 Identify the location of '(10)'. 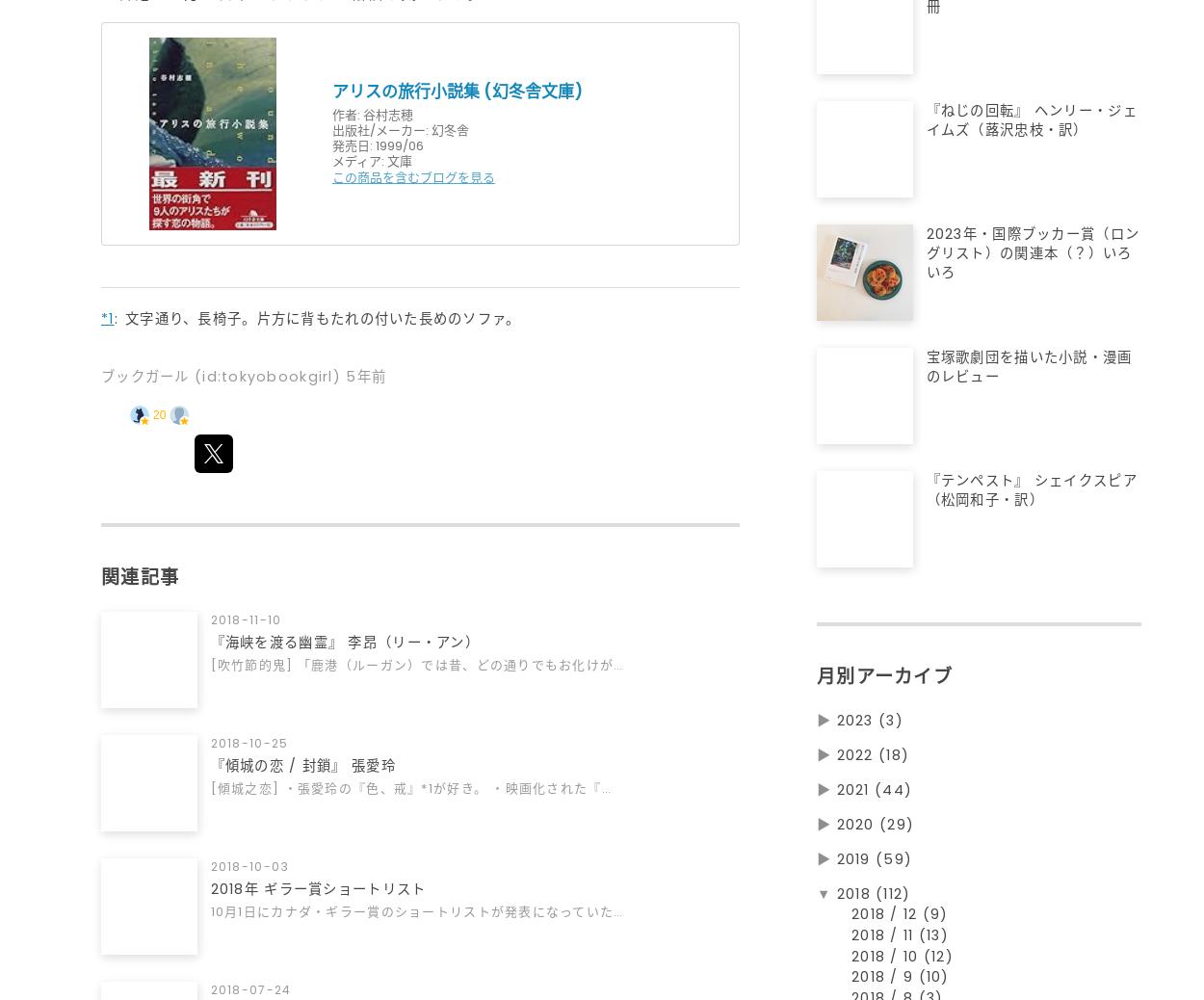
(932, 985).